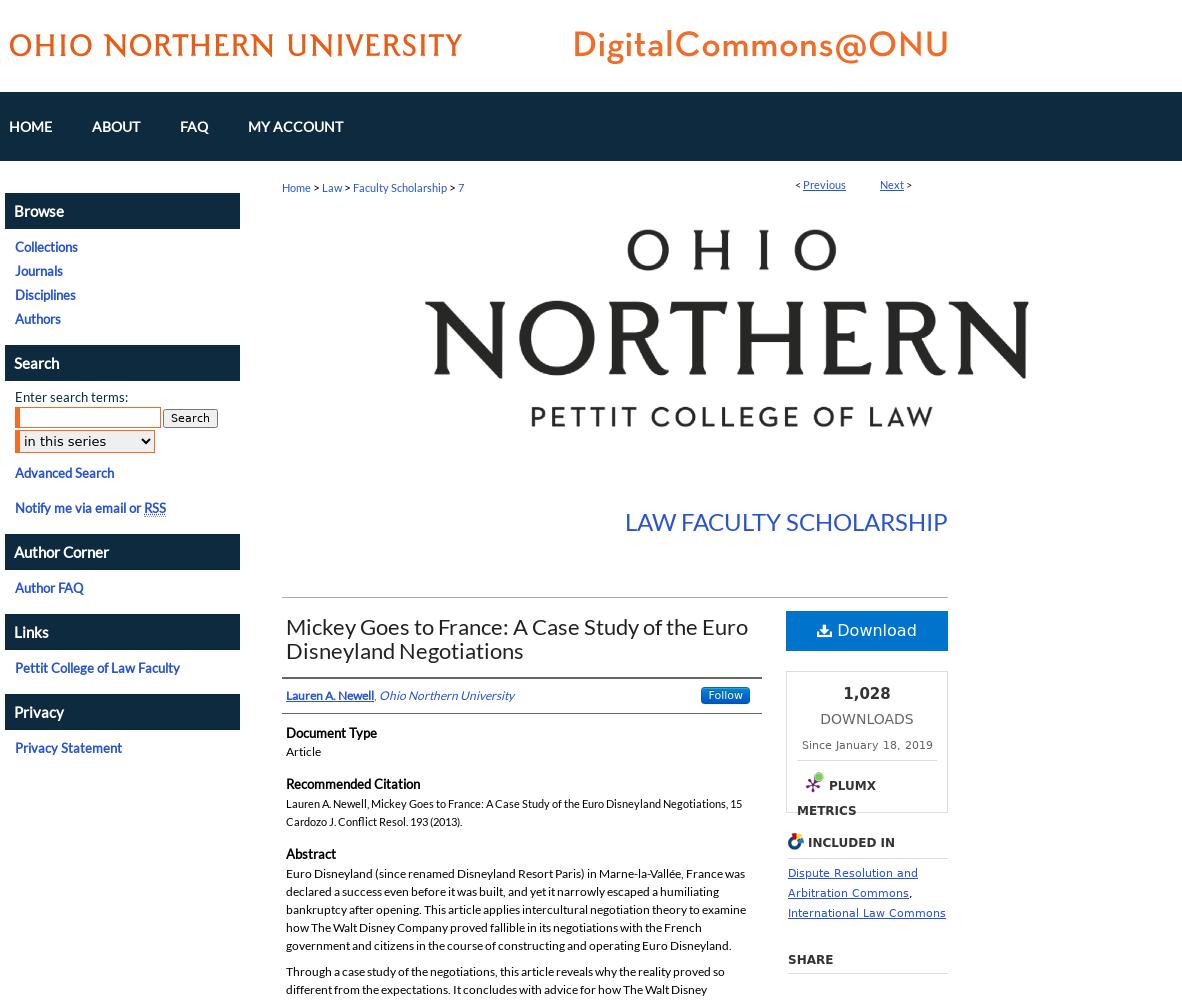 The width and height of the screenshot is (1182, 1000). What do you see at coordinates (38, 271) in the screenshot?
I see `'Journals'` at bounding box center [38, 271].